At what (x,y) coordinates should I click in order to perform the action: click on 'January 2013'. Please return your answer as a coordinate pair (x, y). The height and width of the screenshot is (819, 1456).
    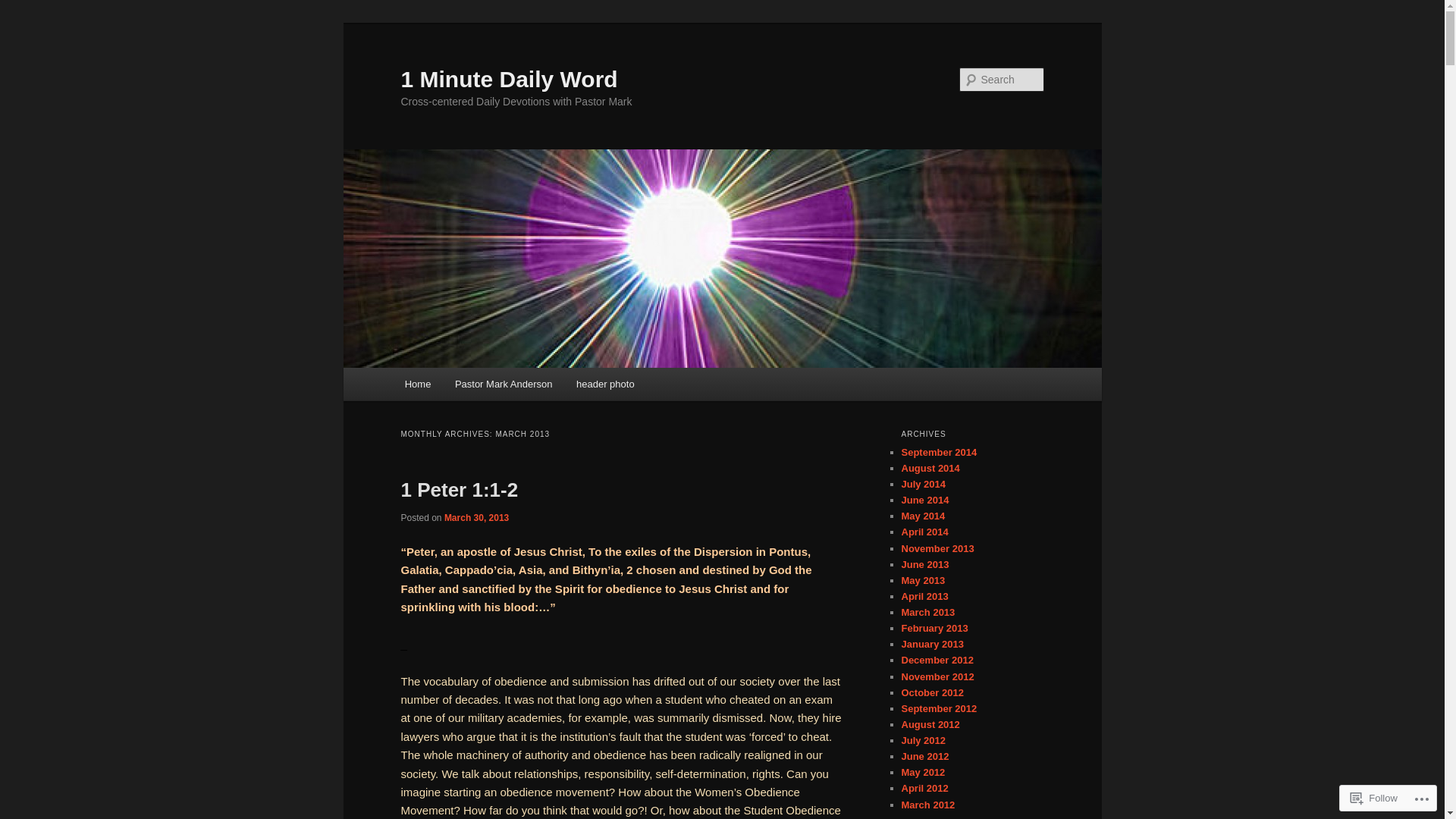
    Looking at the image, I should click on (930, 644).